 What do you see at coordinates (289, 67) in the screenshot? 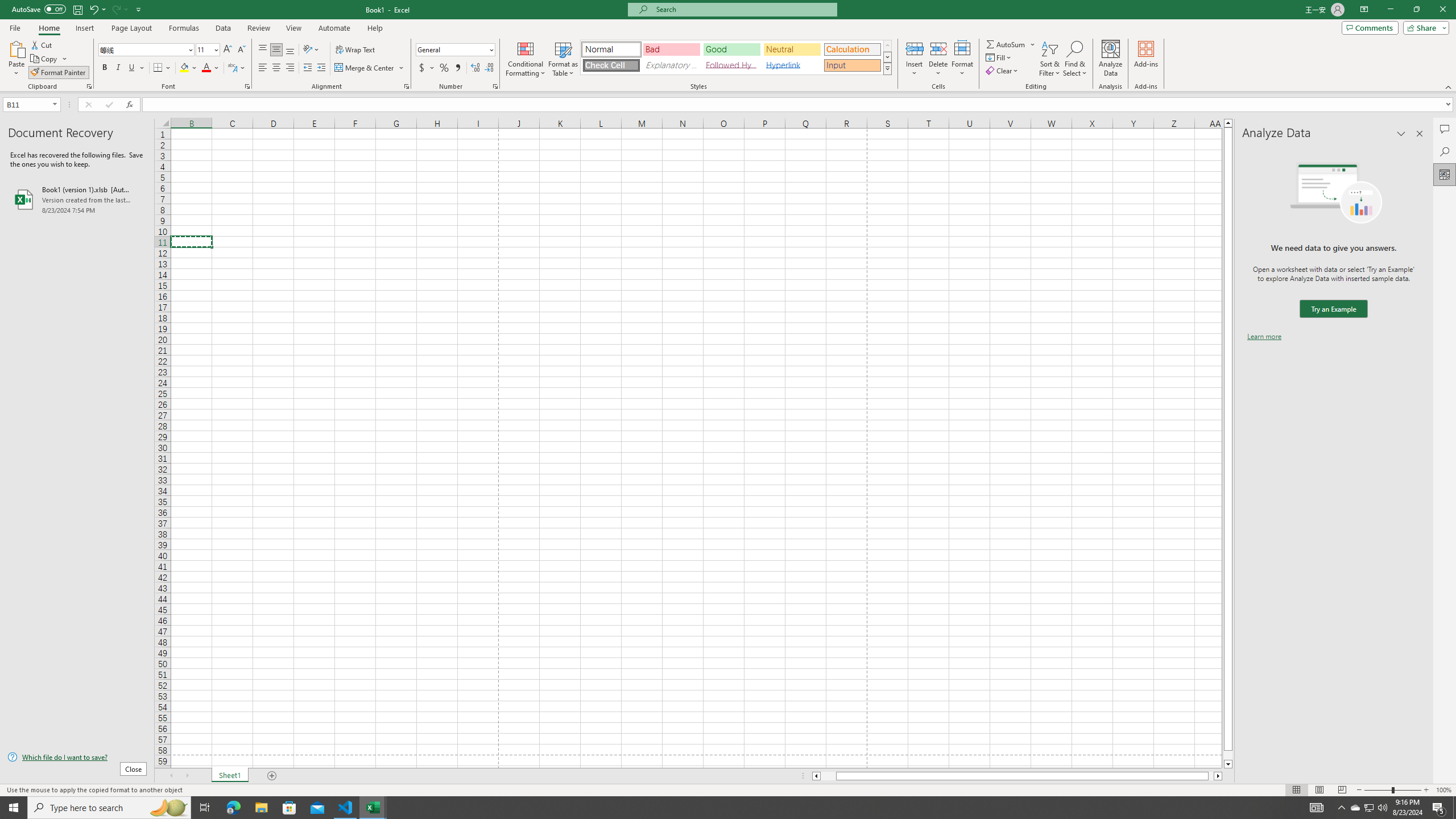
I see `'Align Right'` at bounding box center [289, 67].